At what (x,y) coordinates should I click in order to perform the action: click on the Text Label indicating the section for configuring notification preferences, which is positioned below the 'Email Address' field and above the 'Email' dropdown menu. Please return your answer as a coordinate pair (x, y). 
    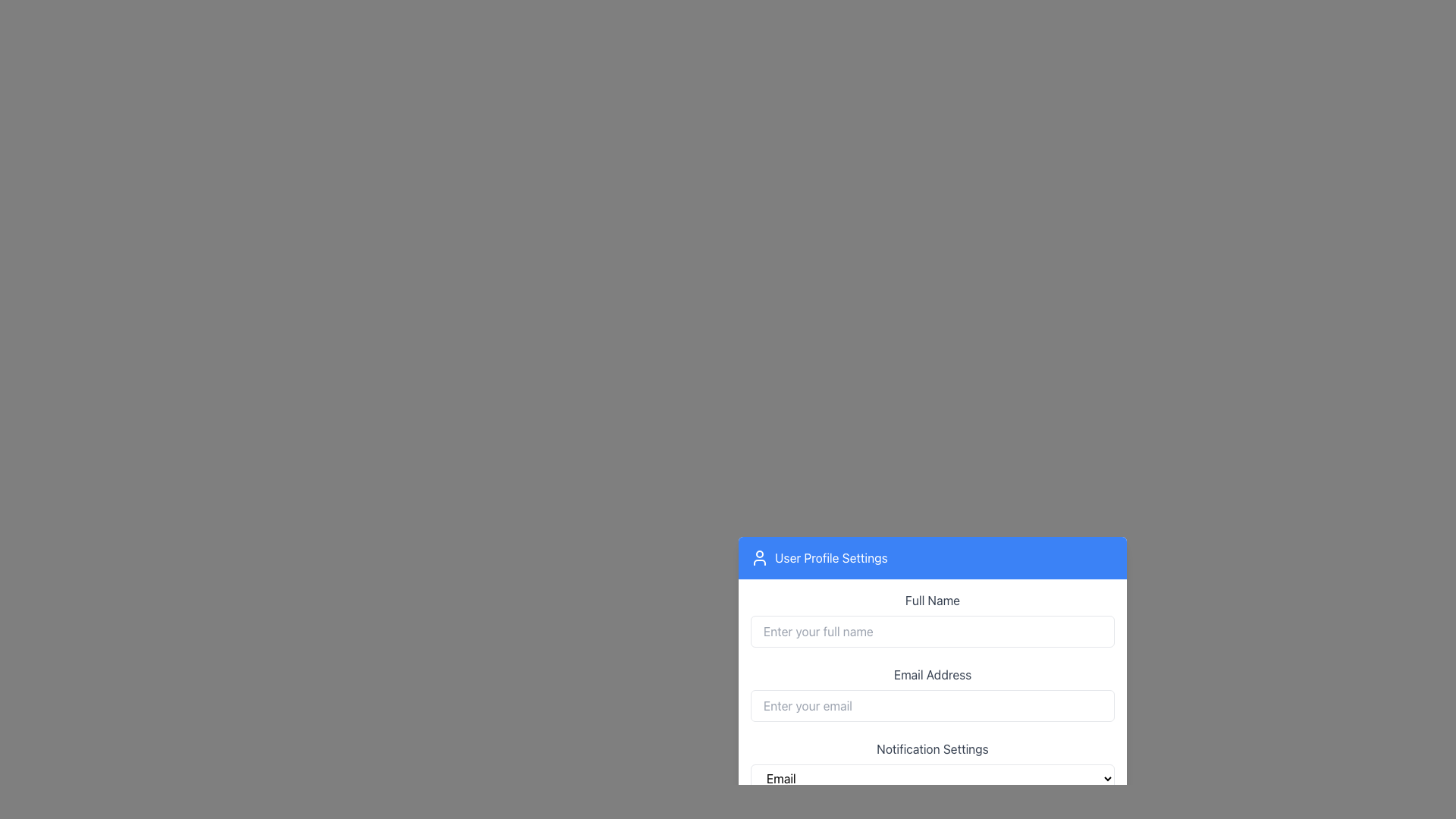
    Looking at the image, I should click on (931, 748).